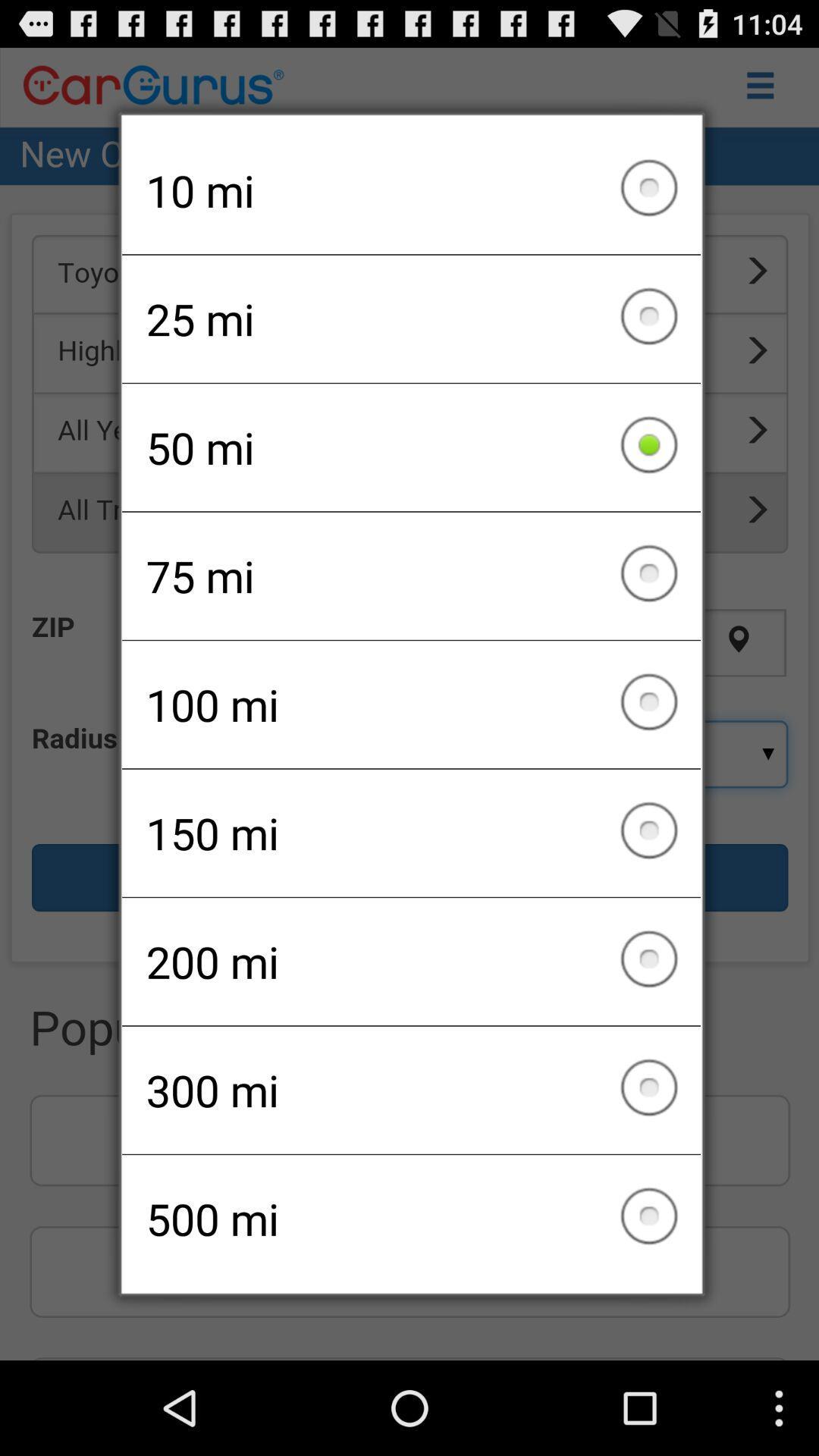 This screenshot has height=1456, width=819. Describe the element at coordinates (411, 704) in the screenshot. I see `the icon below 75 mi` at that location.